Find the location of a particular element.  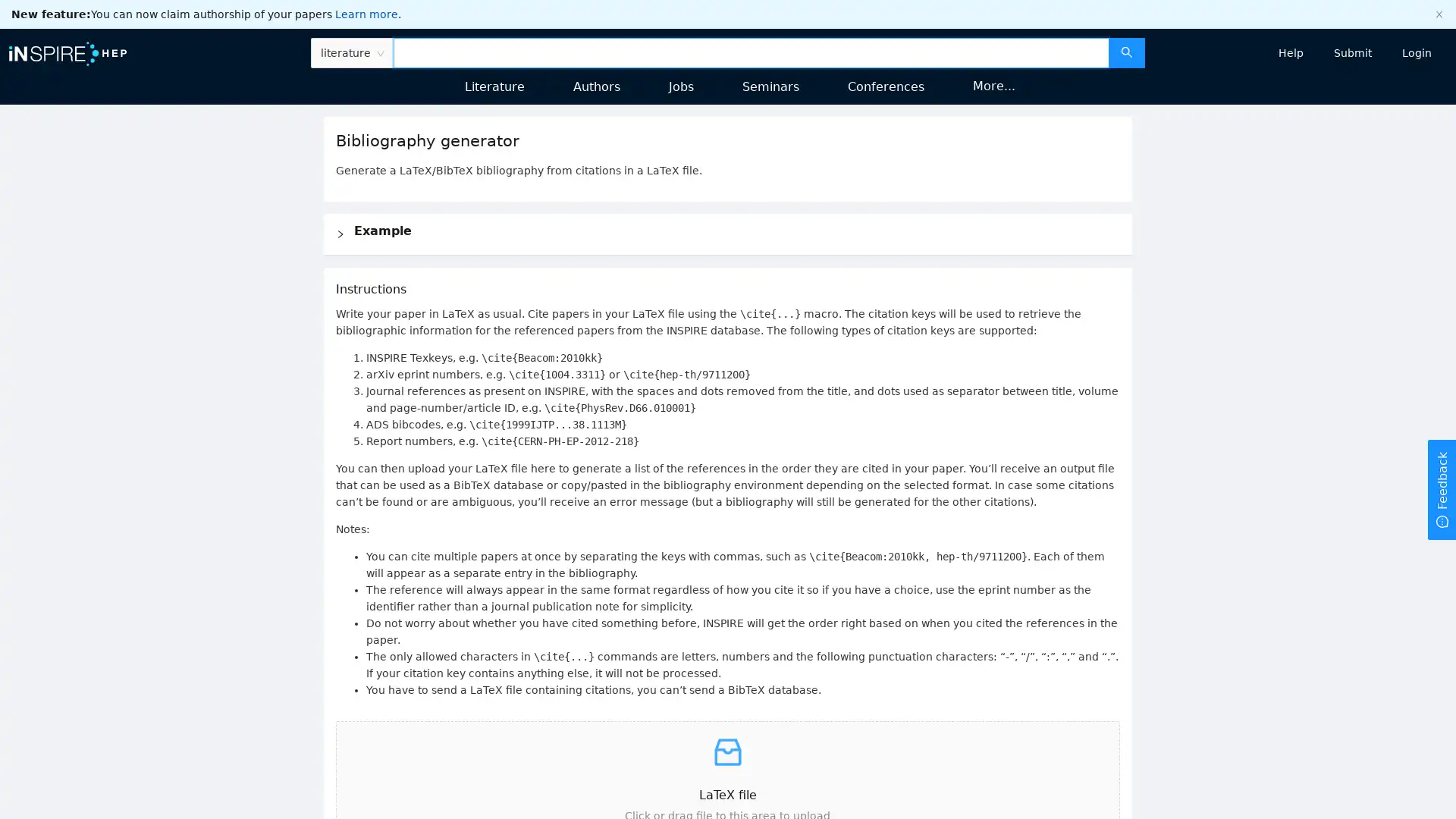

close is located at coordinates (1438, 14).